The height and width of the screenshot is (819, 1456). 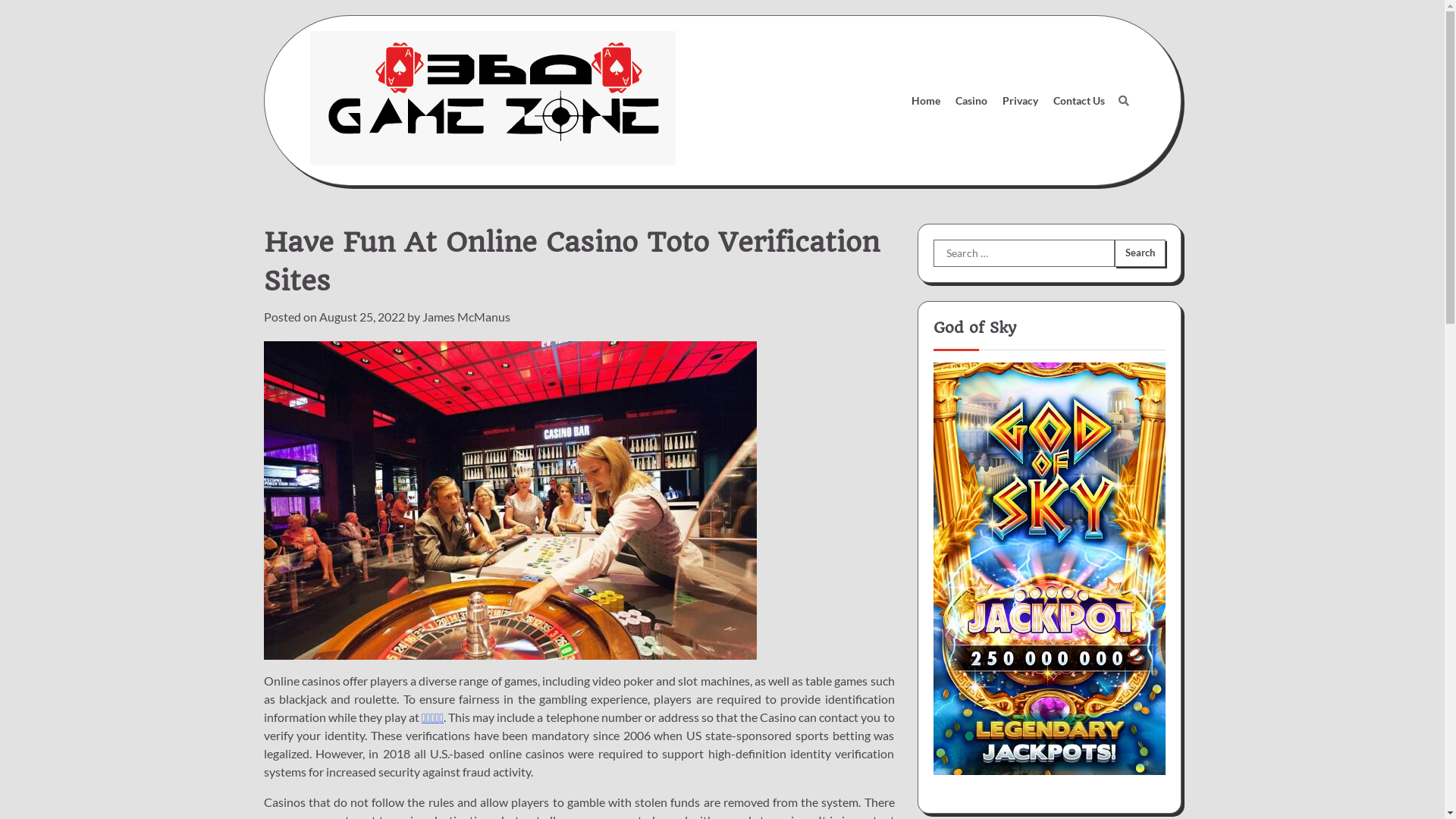 I want to click on 'James McManus', so click(x=465, y=315).